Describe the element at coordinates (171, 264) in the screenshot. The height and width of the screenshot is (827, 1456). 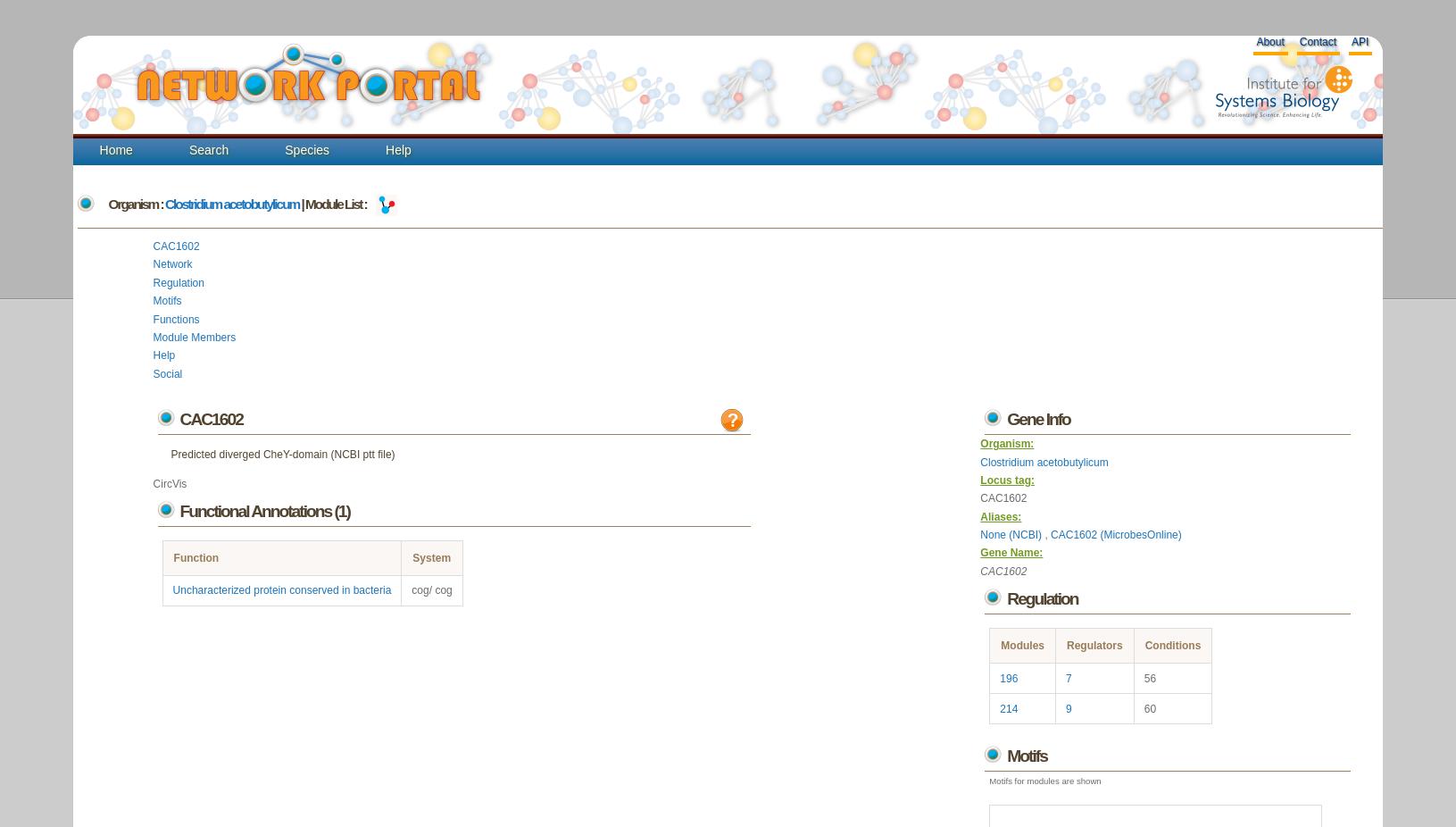
I see `'Network'` at that location.